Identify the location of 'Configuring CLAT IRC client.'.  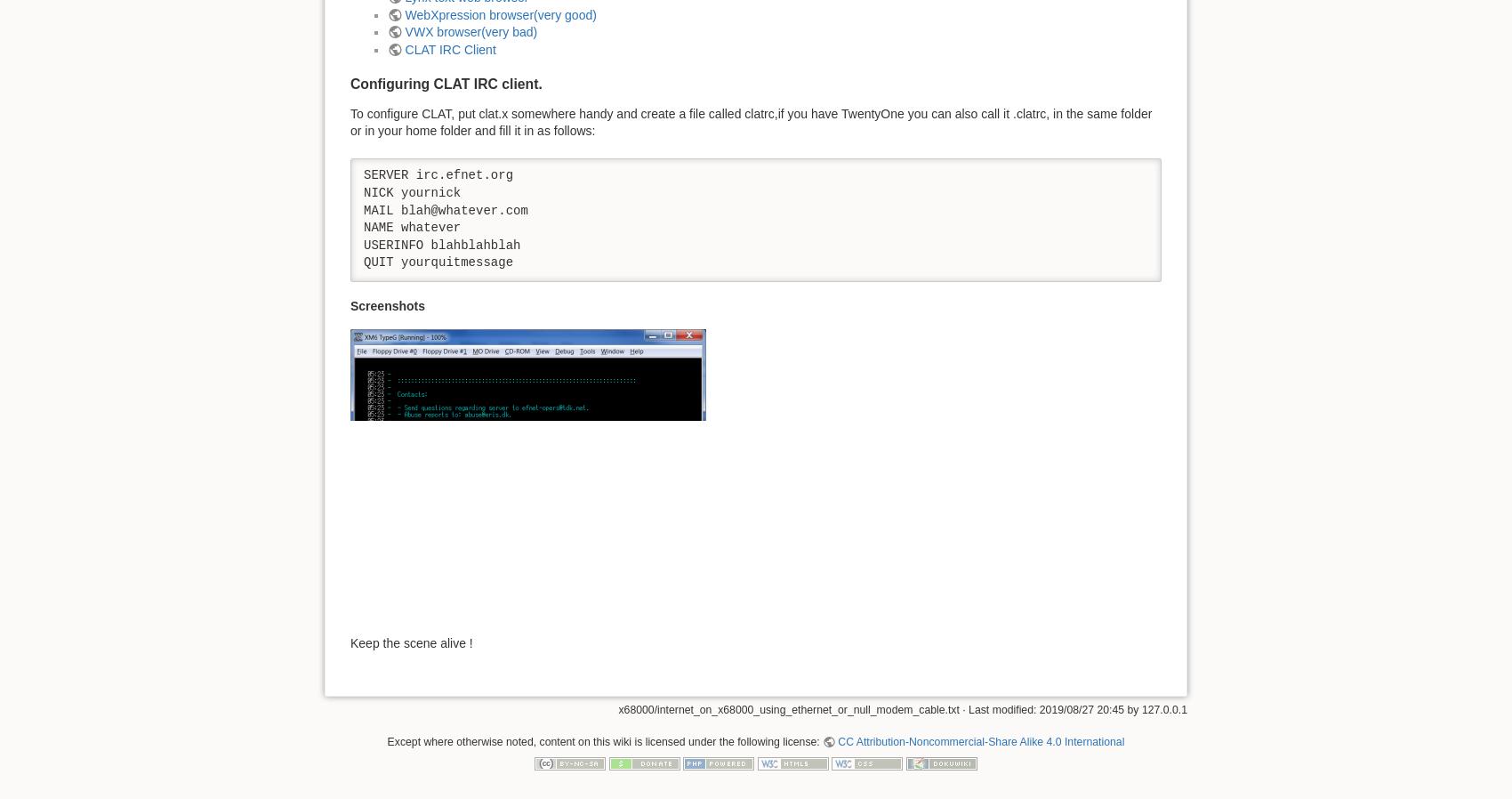
(446, 82).